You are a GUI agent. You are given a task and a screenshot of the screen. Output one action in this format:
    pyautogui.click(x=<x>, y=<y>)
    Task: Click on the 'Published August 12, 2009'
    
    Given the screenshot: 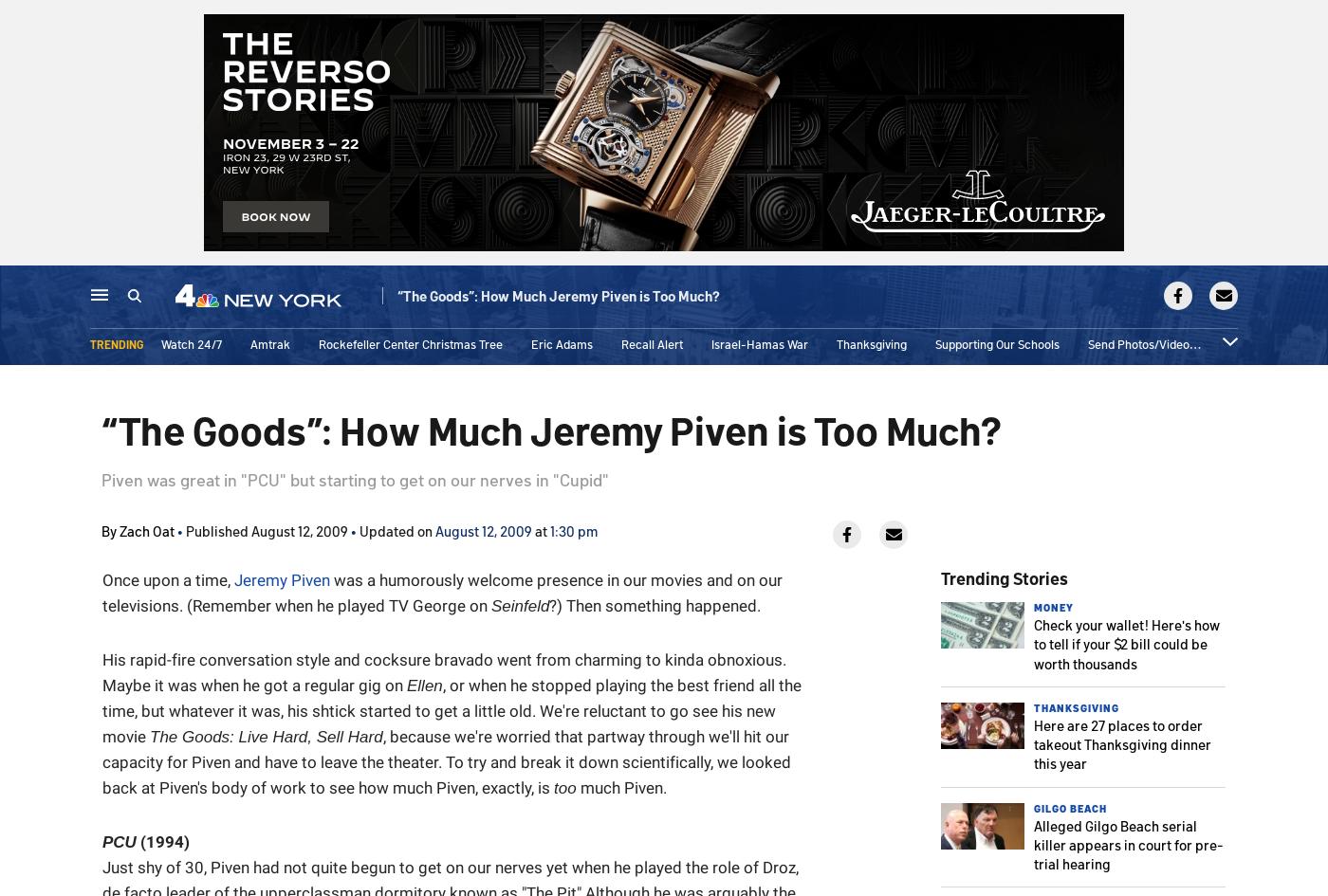 What is the action you would take?
    pyautogui.click(x=267, y=530)
    